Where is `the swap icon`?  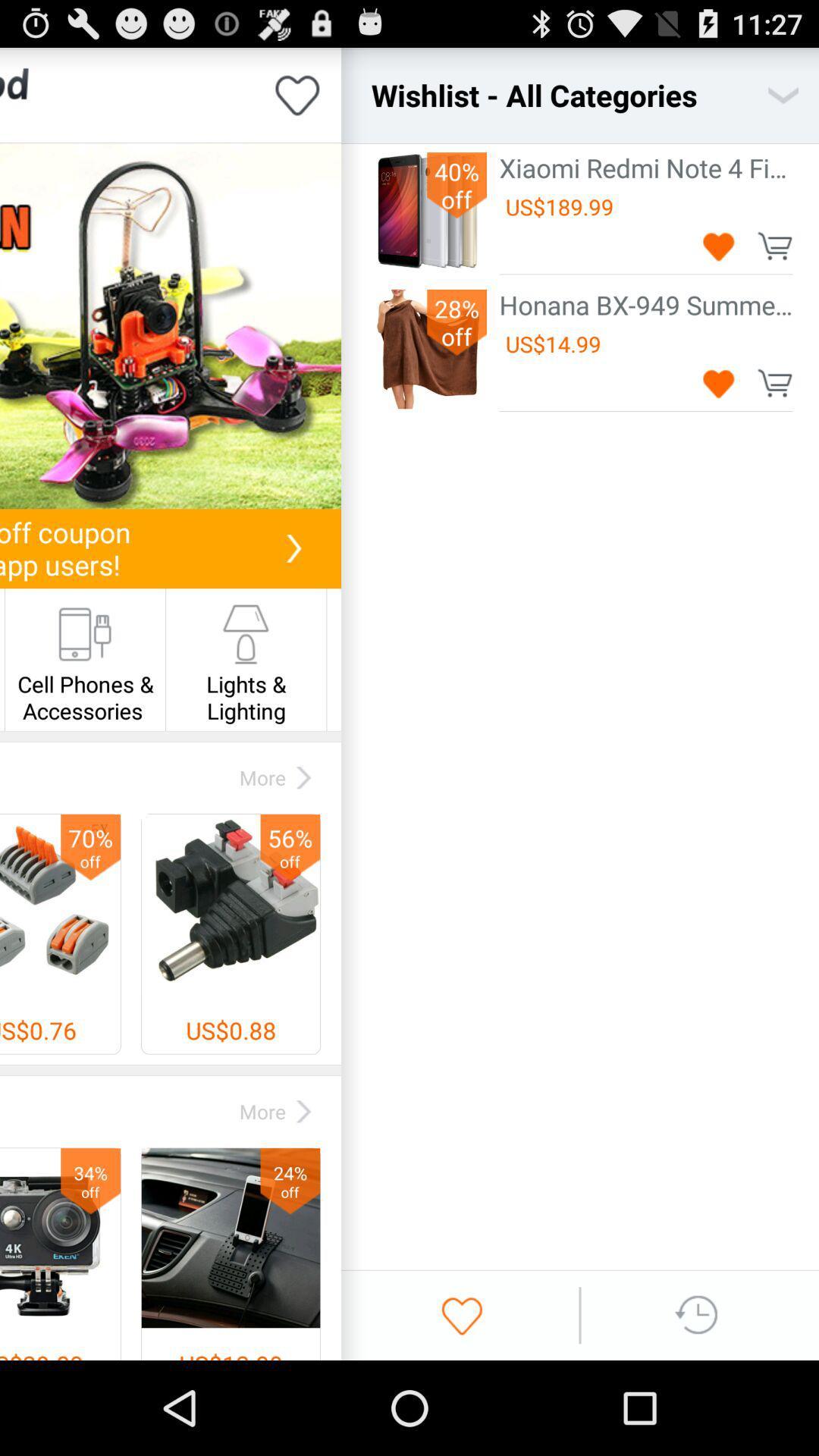
the swap icon is located at coordinates (698, 1407).